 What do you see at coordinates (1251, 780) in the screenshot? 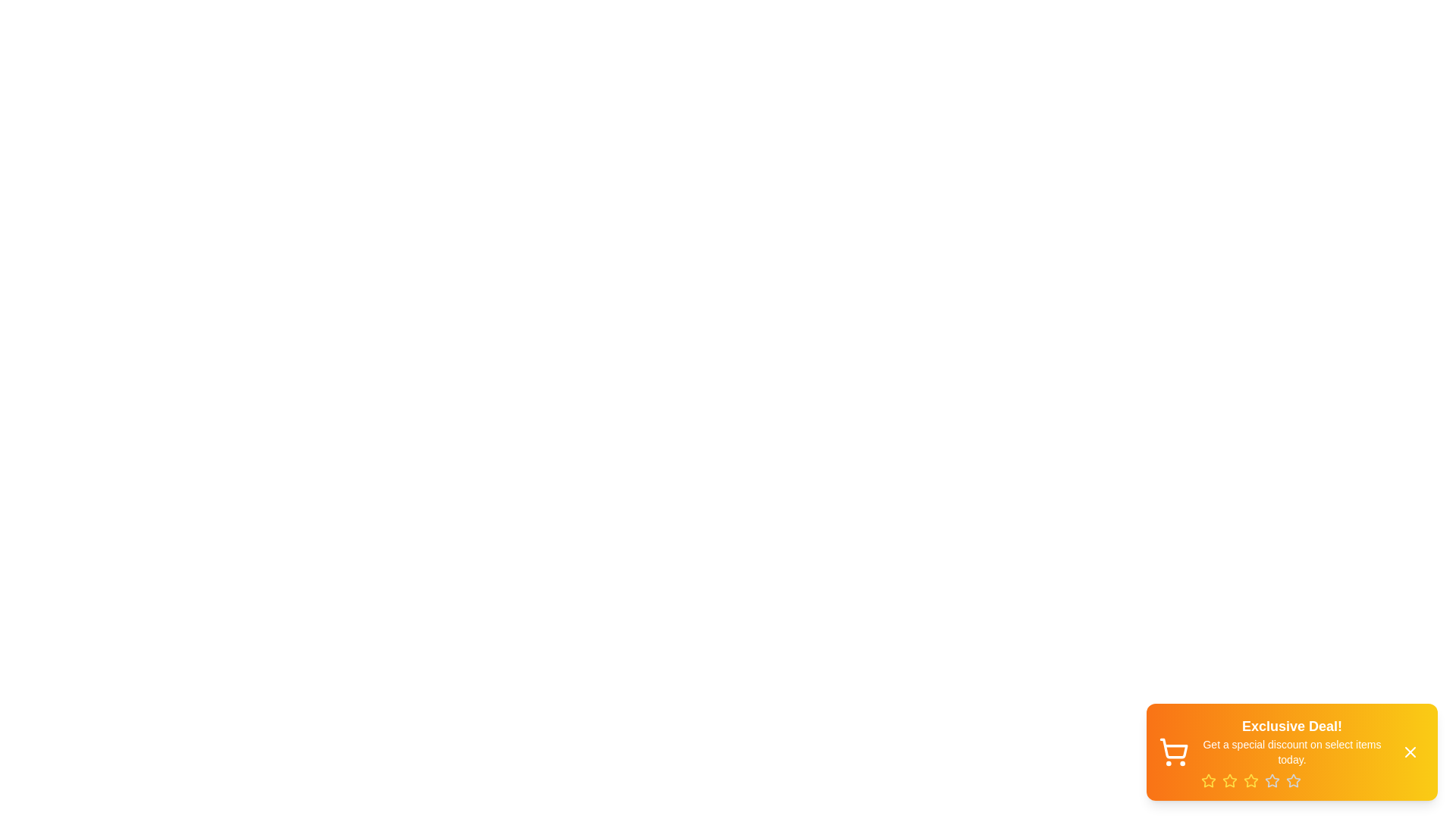
I see `the rating by clicking on the star corresponding to the desired rating value (3)` at bounding box center [1251, 780].